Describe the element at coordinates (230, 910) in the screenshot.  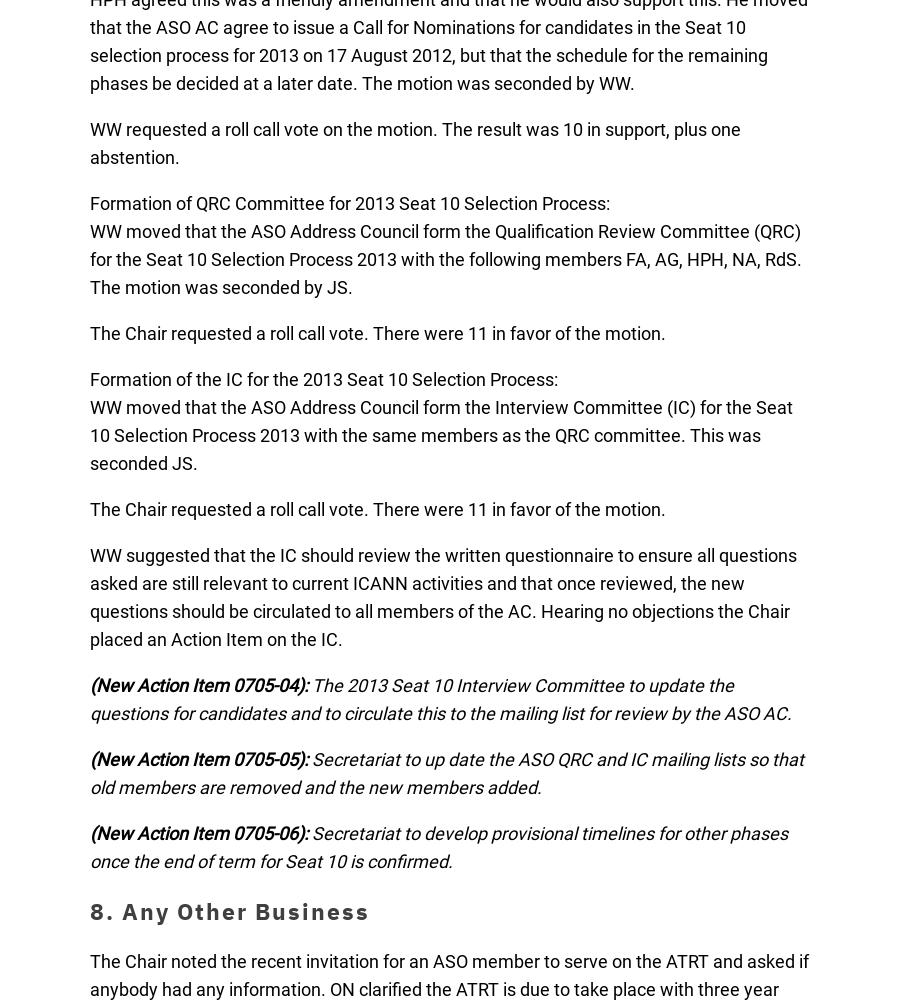
I see `'8. Any Other Business'` at that location.